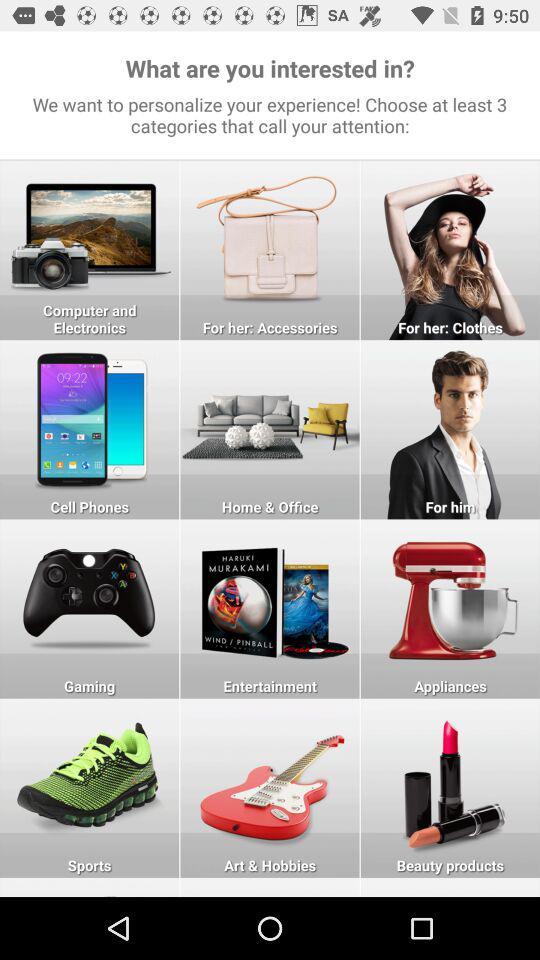 The image size is (540, 960). What do you see at coordinates (270, 429) in the screenshot?
I see `interest` at bounding box center [270, 429].